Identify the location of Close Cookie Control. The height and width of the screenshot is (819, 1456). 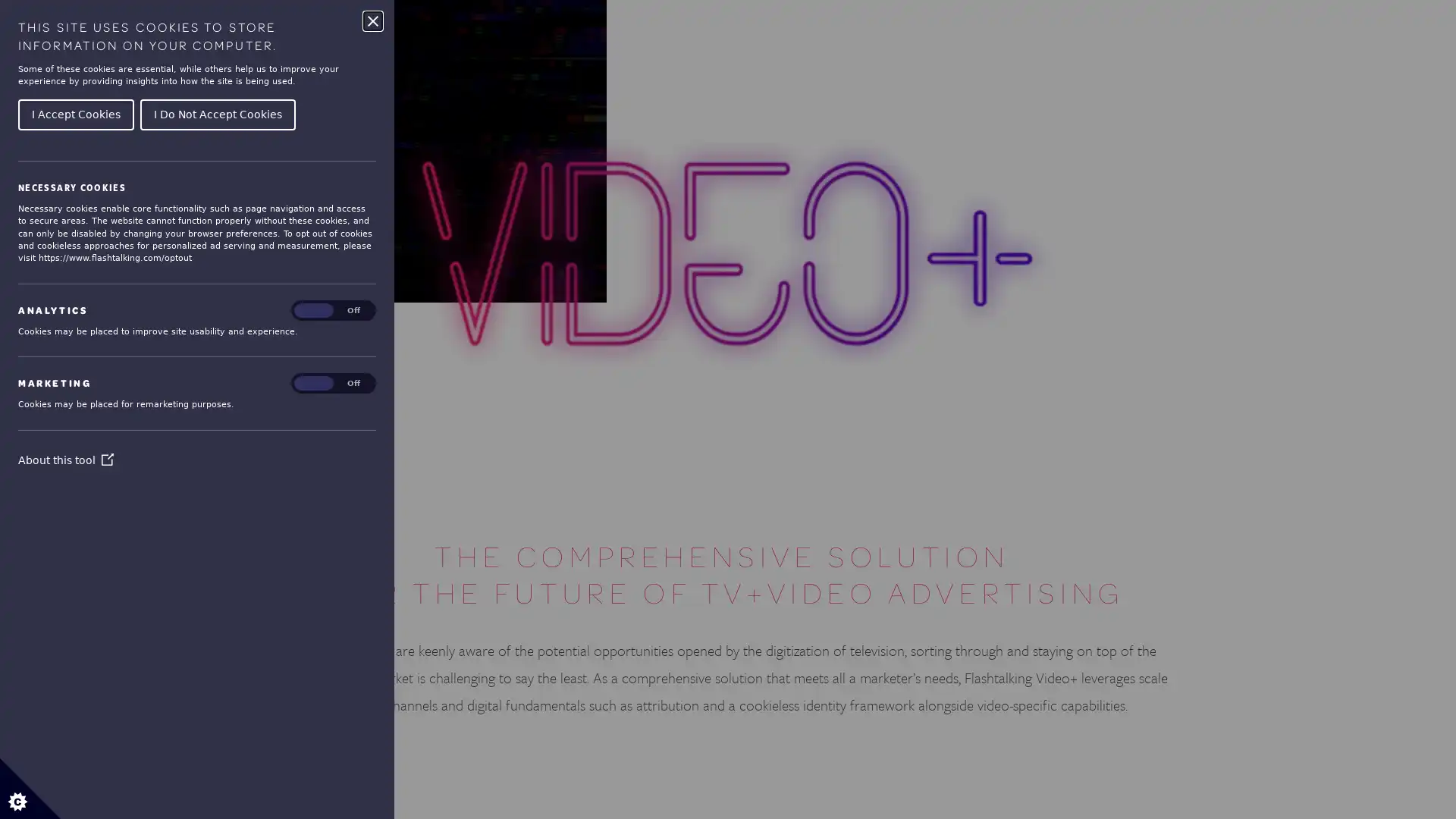
(372, 20).